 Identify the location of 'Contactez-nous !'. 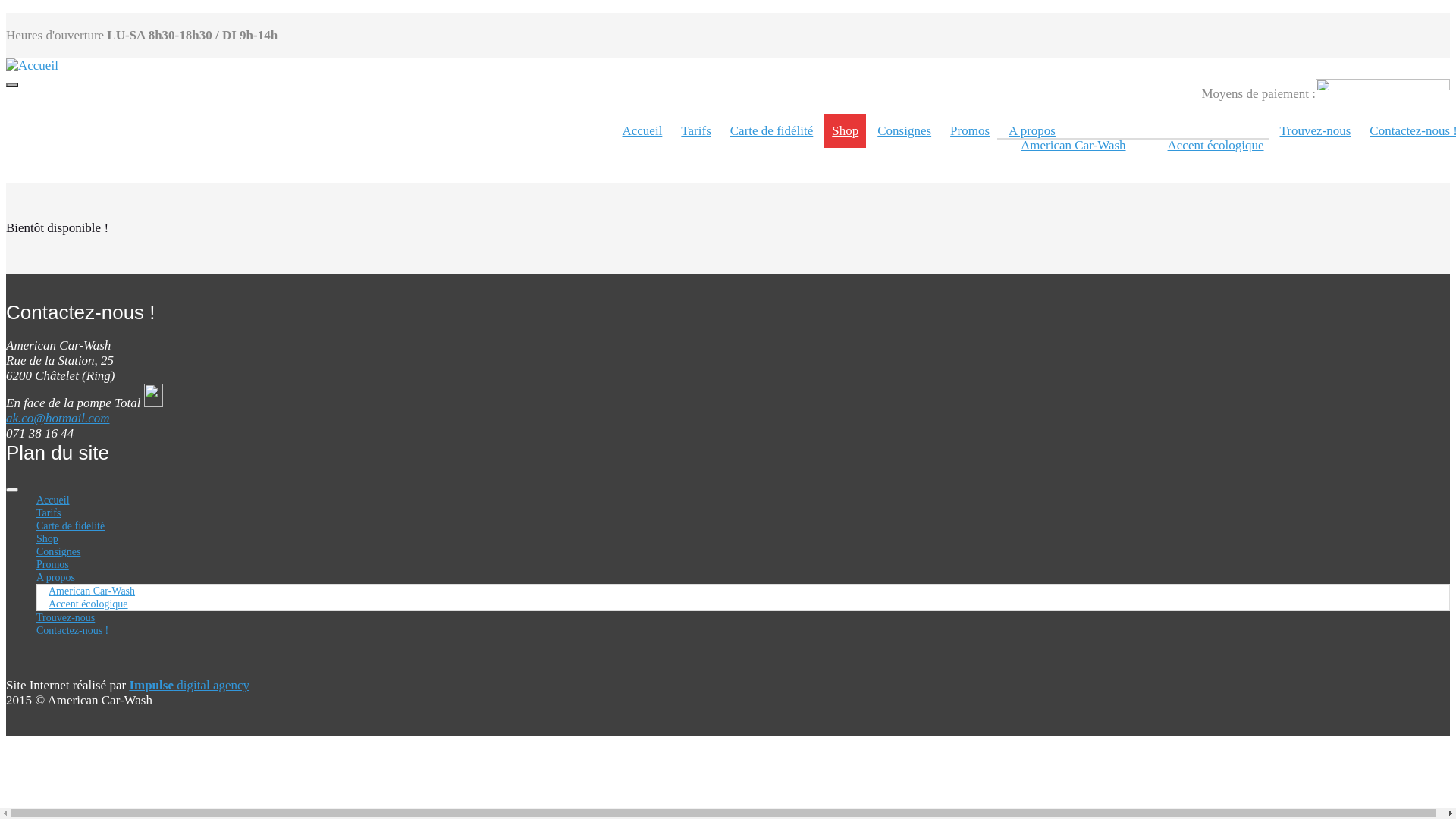
(36, 630).